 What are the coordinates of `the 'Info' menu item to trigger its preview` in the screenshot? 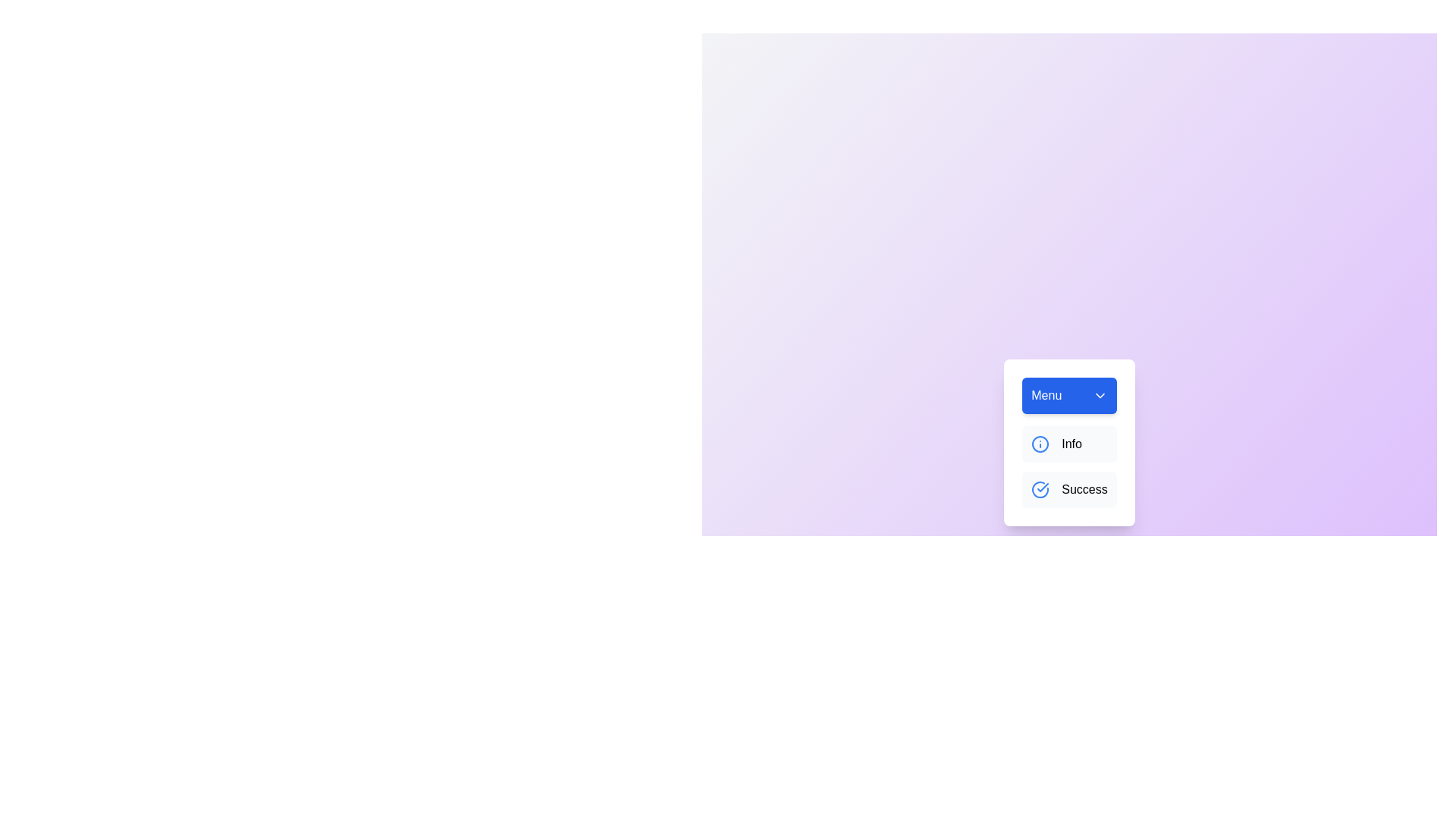 It's located at (1040, 444).